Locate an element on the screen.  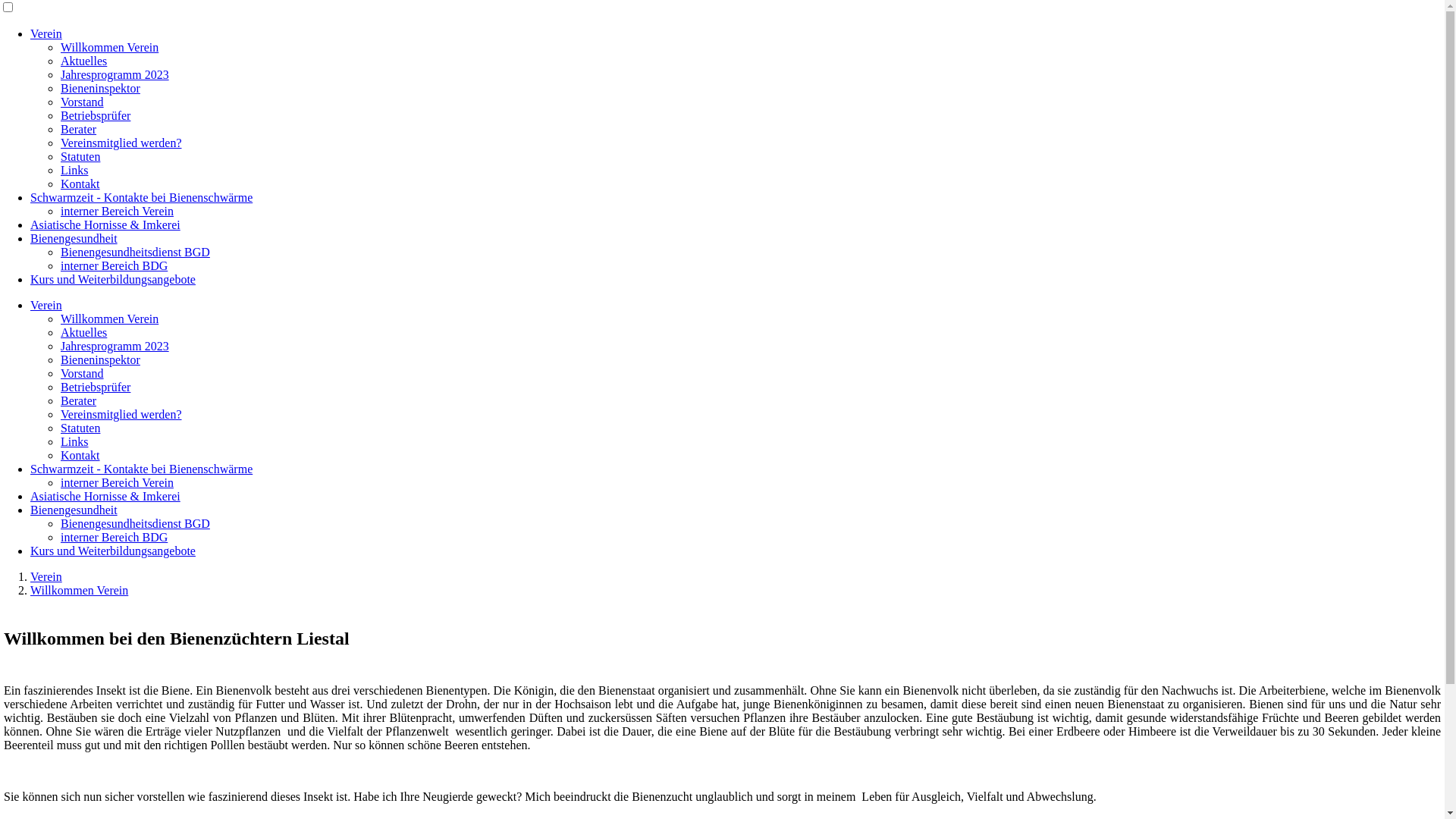
'Aktuelles' is located at coordinates (83, 60).